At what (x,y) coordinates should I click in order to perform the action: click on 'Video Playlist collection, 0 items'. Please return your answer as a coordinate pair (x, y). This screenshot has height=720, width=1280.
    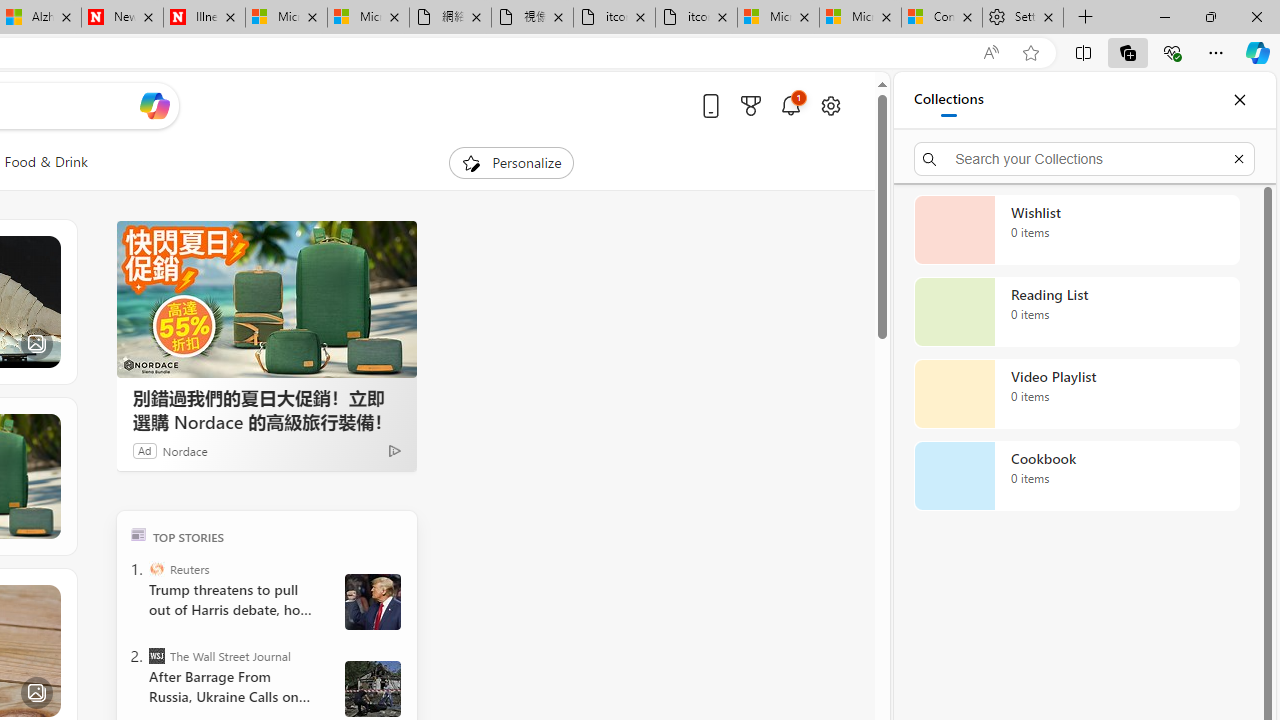
    Looking at the image, I should click on (1076, 394).